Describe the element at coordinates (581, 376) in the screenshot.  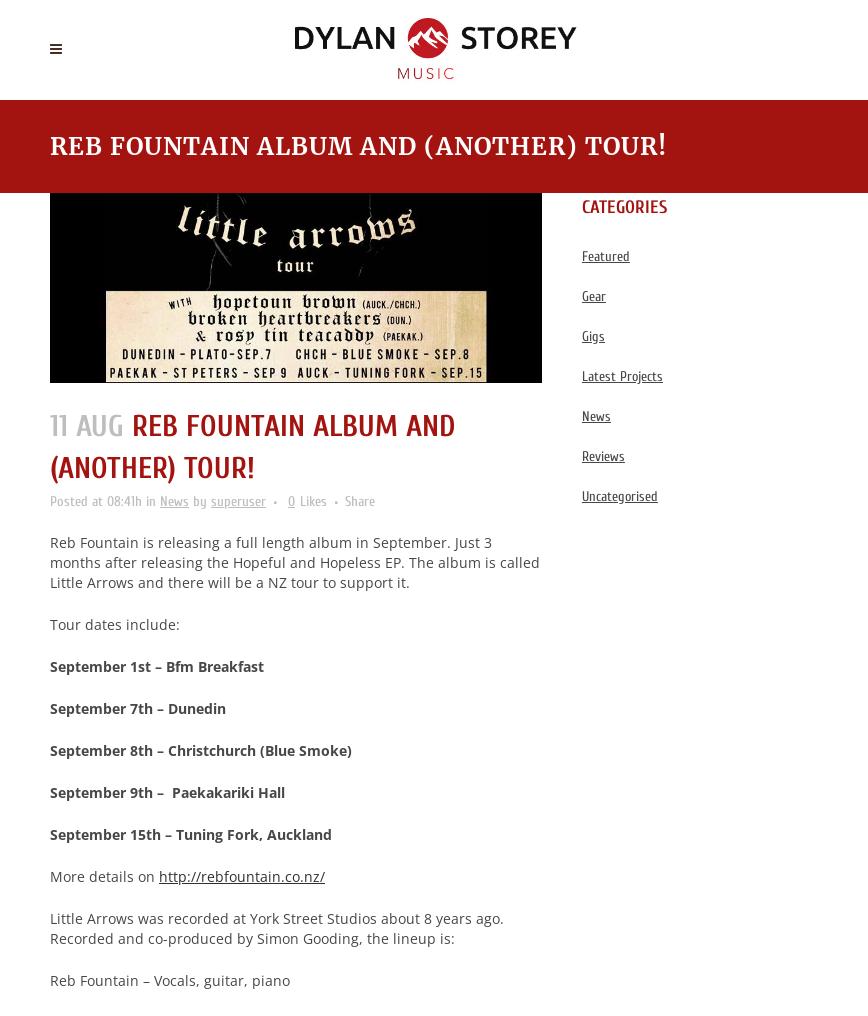
I see `'Latest Projects'` at that location.